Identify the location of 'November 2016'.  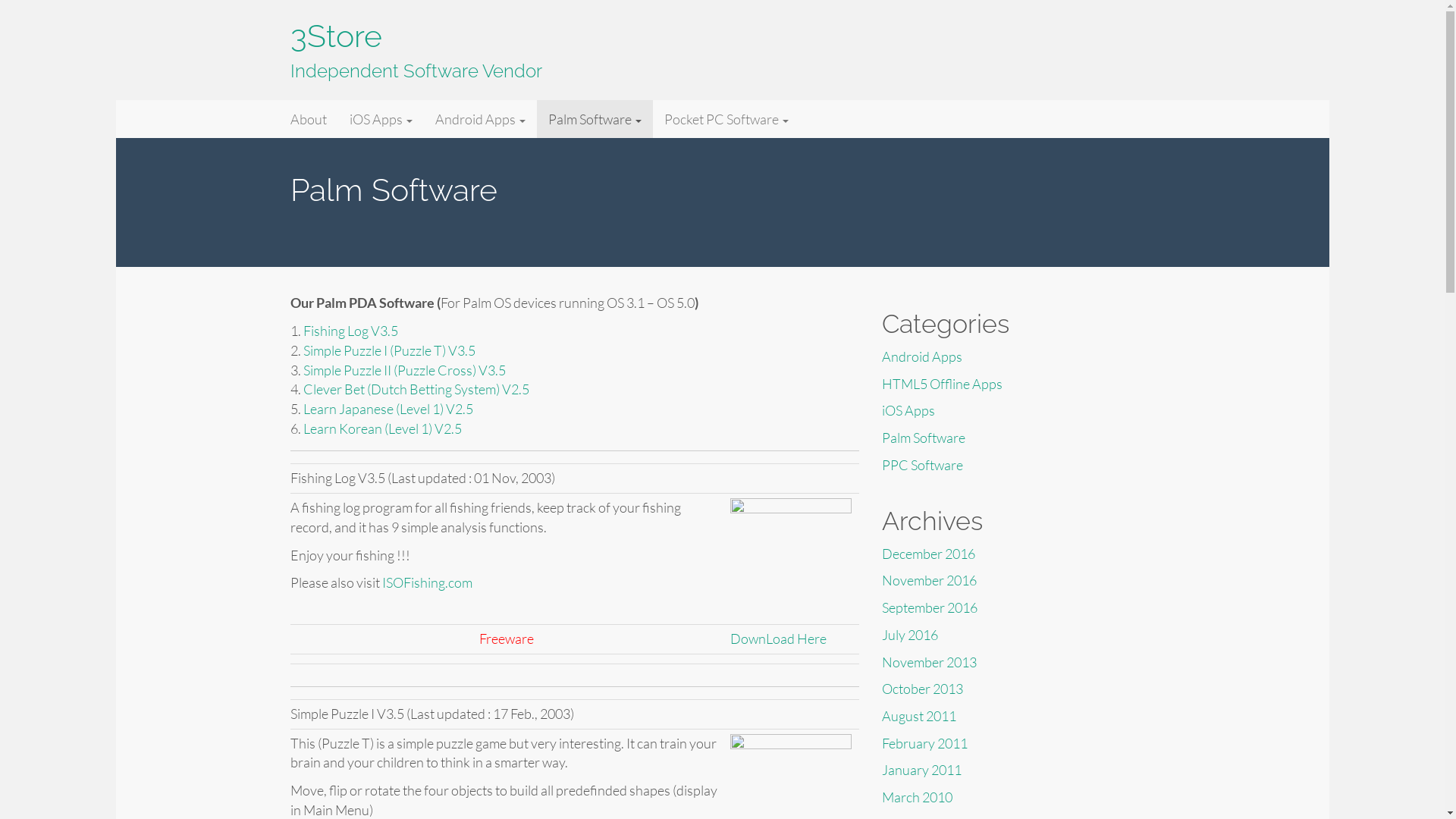
(927, 579).